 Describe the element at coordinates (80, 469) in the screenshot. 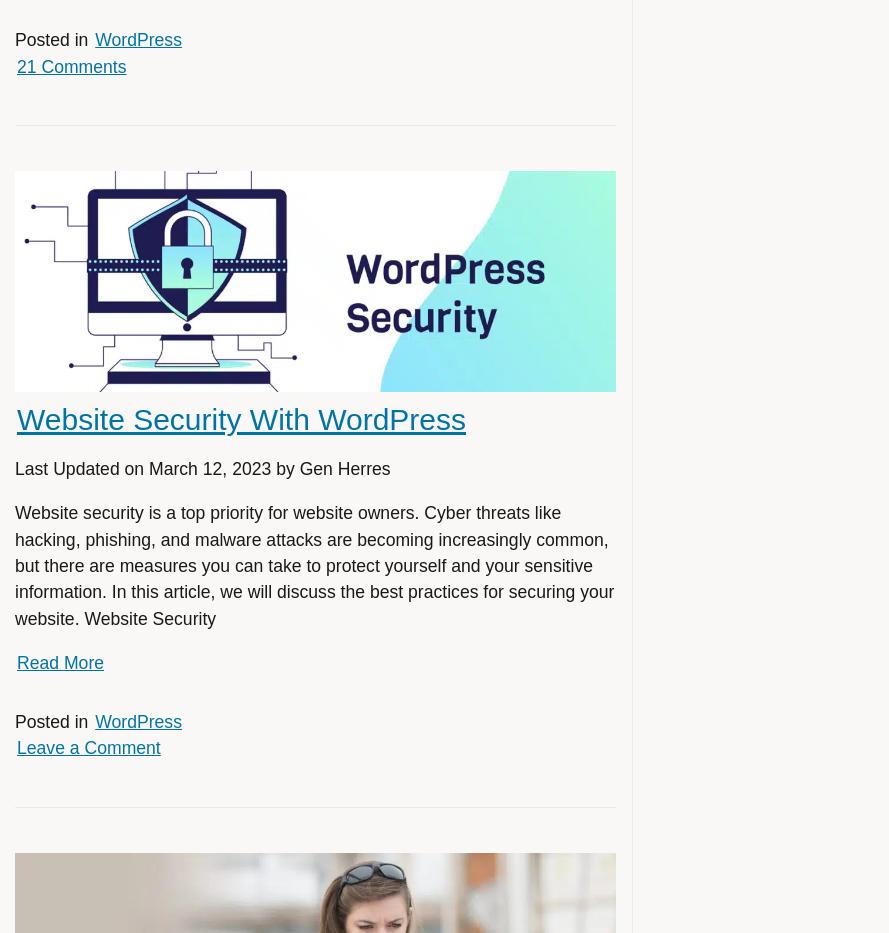

I see `'Last Updated on'` at that location.